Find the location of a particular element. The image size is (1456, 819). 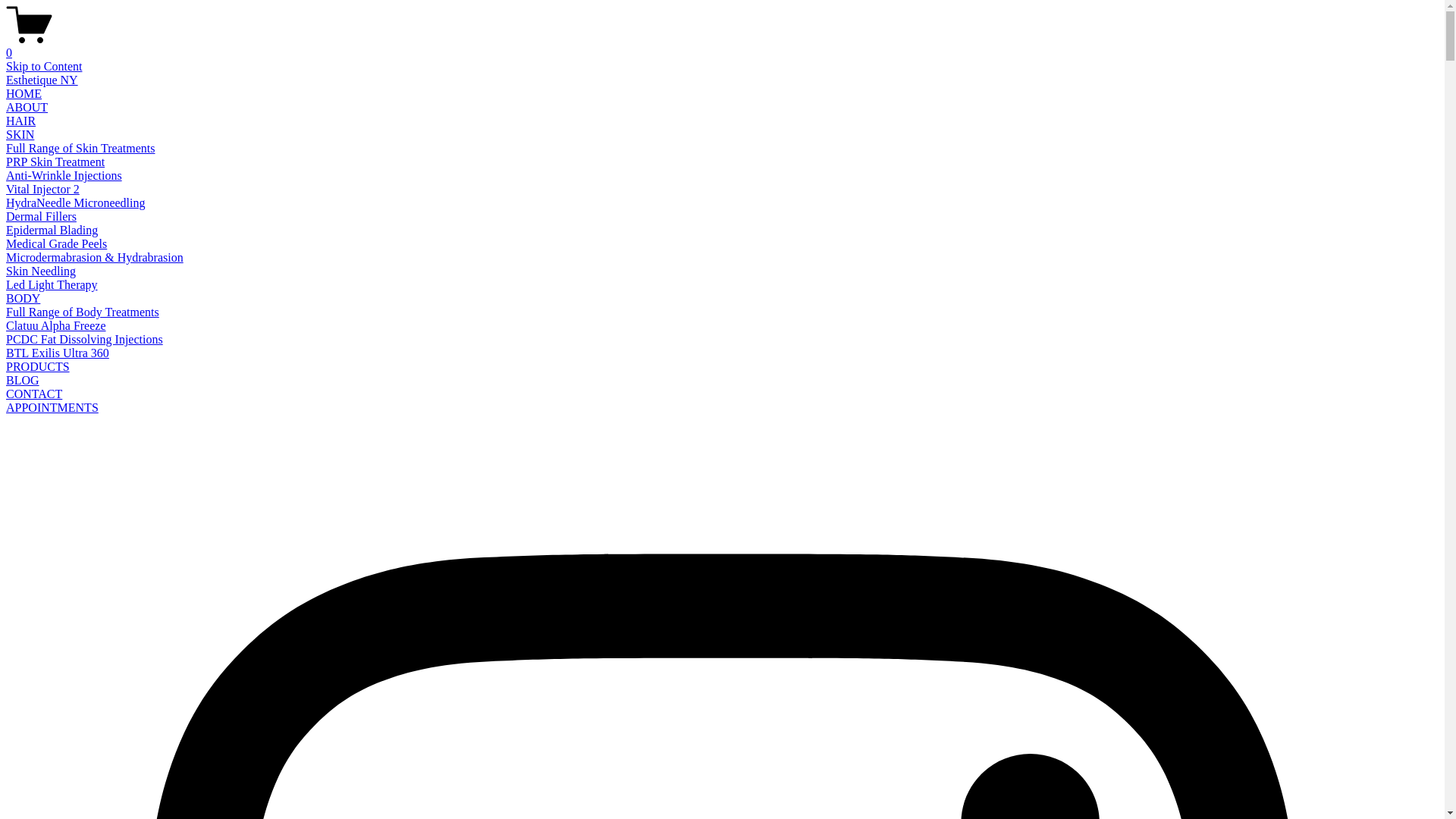

'Anti-Wrinkle Injections' is located at coordinates (63, 174).